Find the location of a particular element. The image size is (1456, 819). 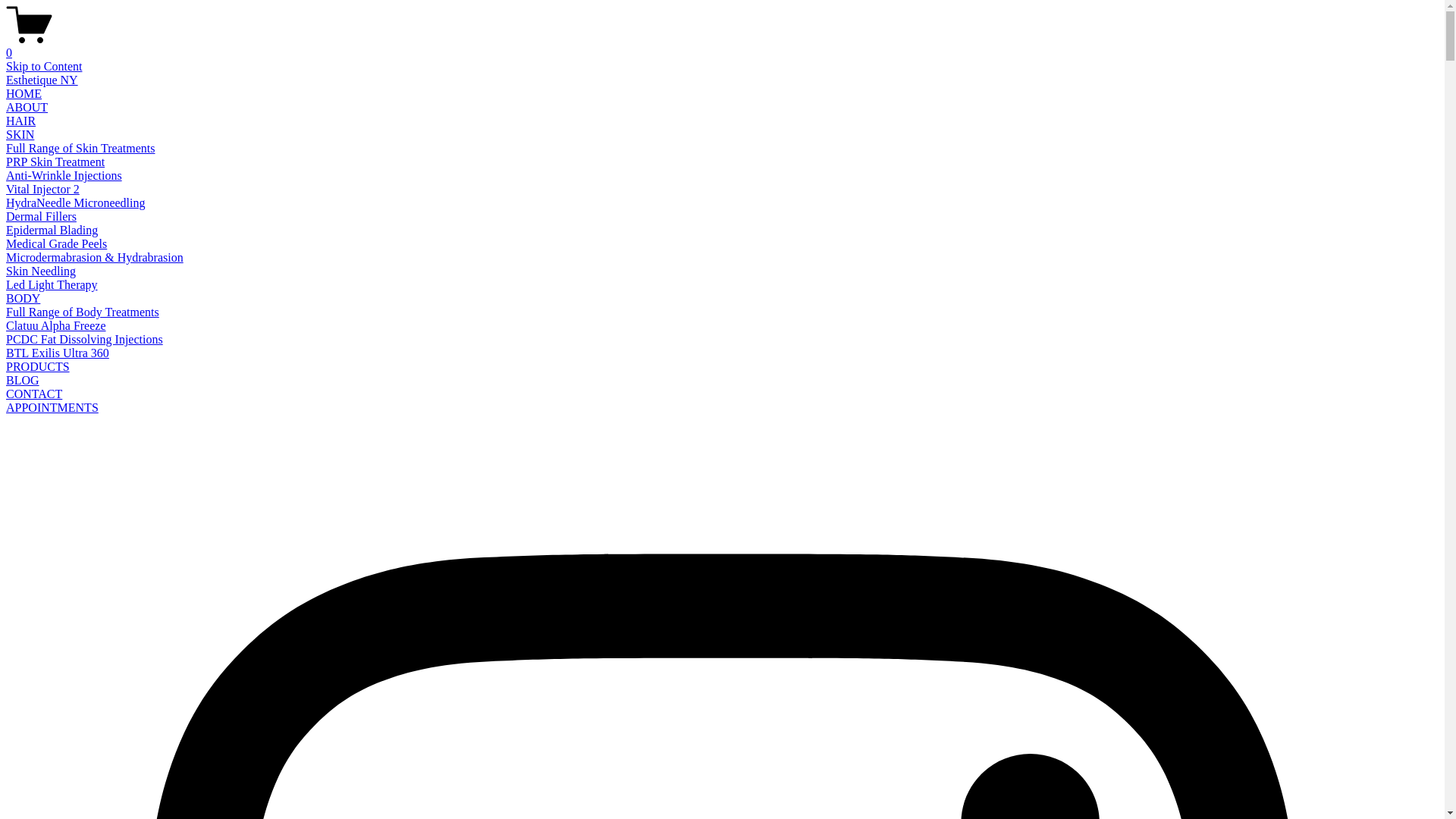

'Anti-Wrinkle Injections' is located at coordinates (63, 174).